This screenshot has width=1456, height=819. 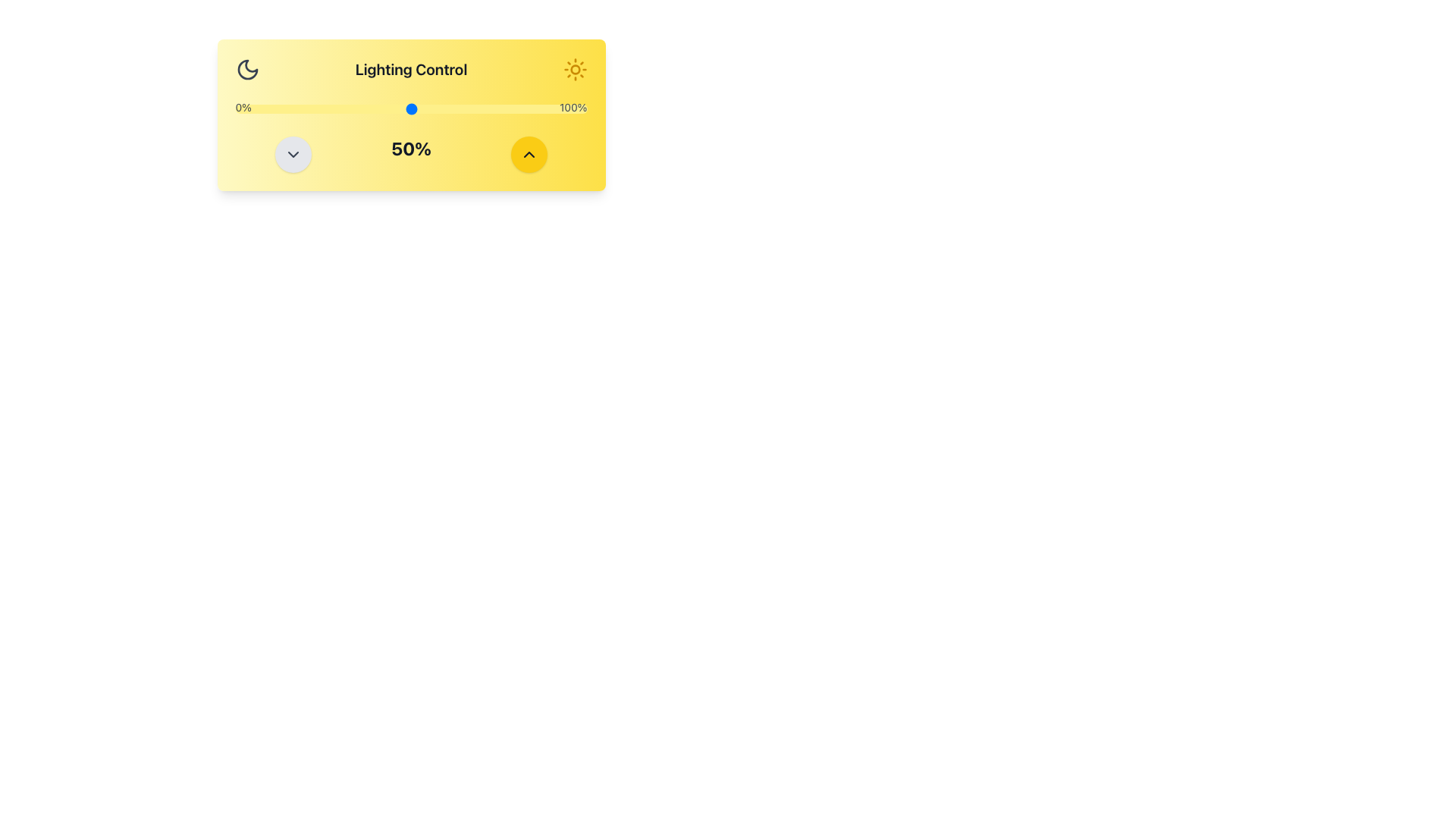 What do you see at coordinates (249, 108) in the screenshot?
I see `the lighting intensity` at bounding box center [249, 108].